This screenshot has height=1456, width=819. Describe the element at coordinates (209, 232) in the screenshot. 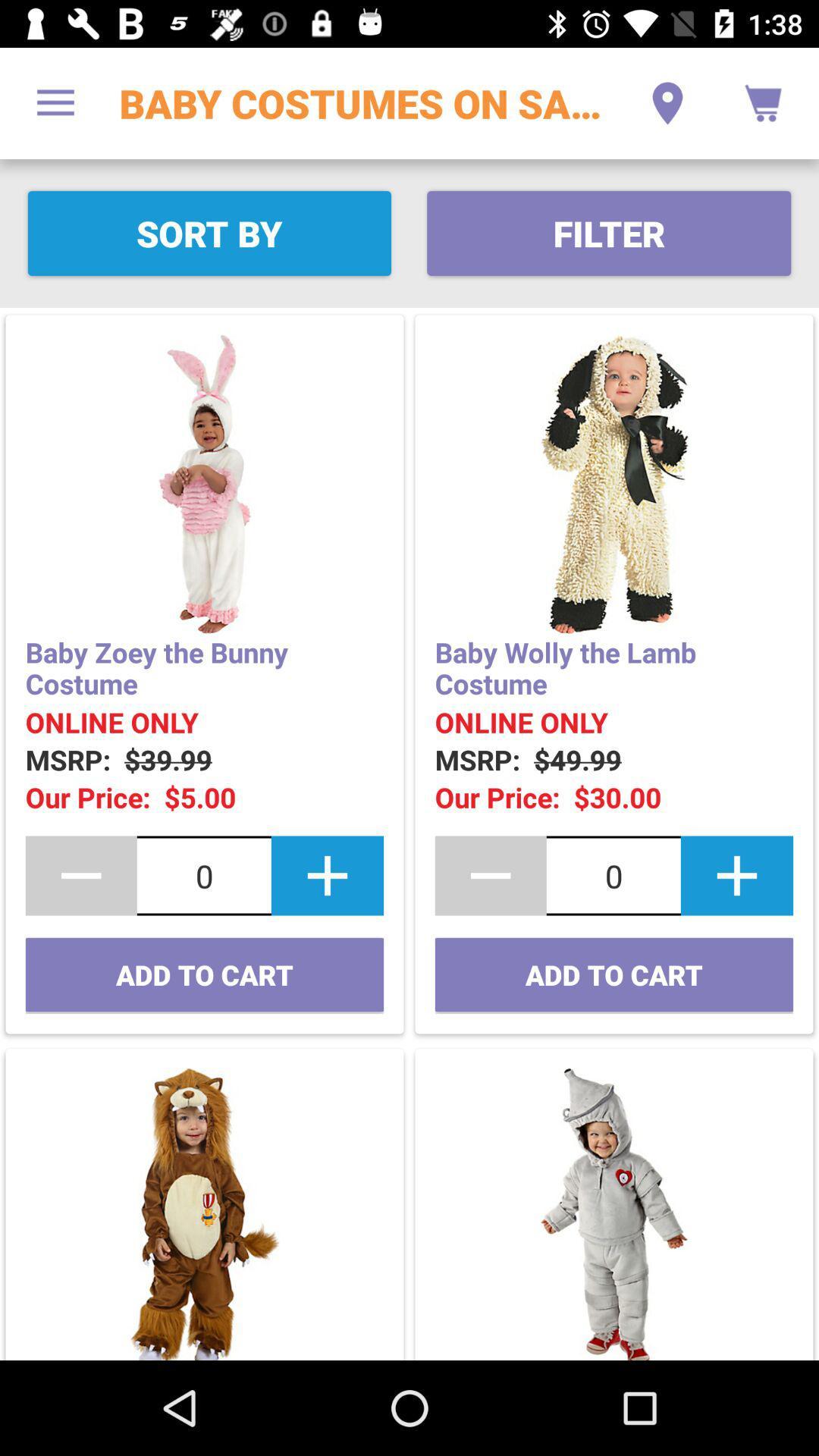

I see `the icon next to filter item` at that location.